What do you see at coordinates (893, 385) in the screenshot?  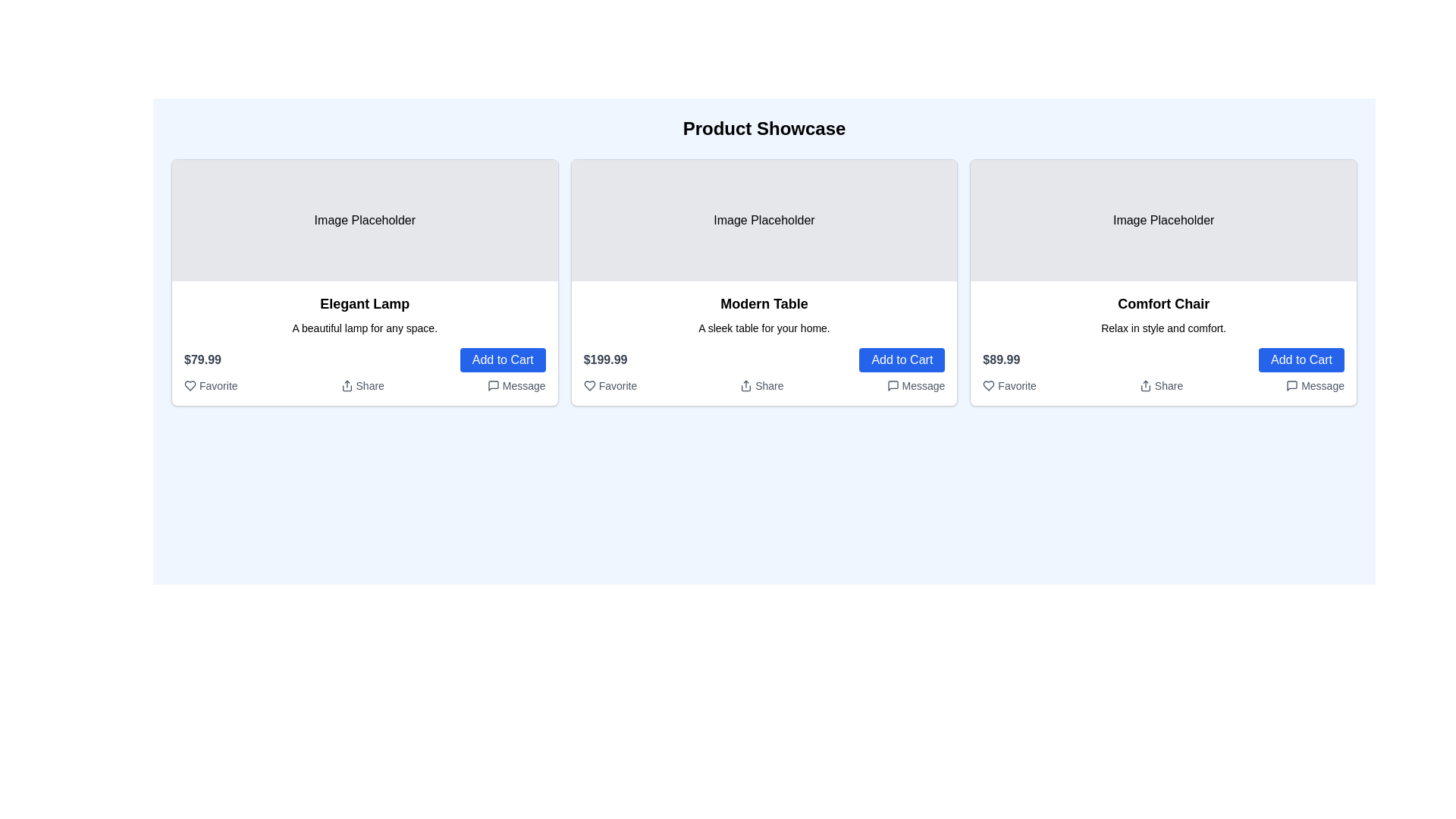 I see `the messaging icon button located in the lower section of the product card for 'Modern Table' to send a message` at bounding box center [893, 385].